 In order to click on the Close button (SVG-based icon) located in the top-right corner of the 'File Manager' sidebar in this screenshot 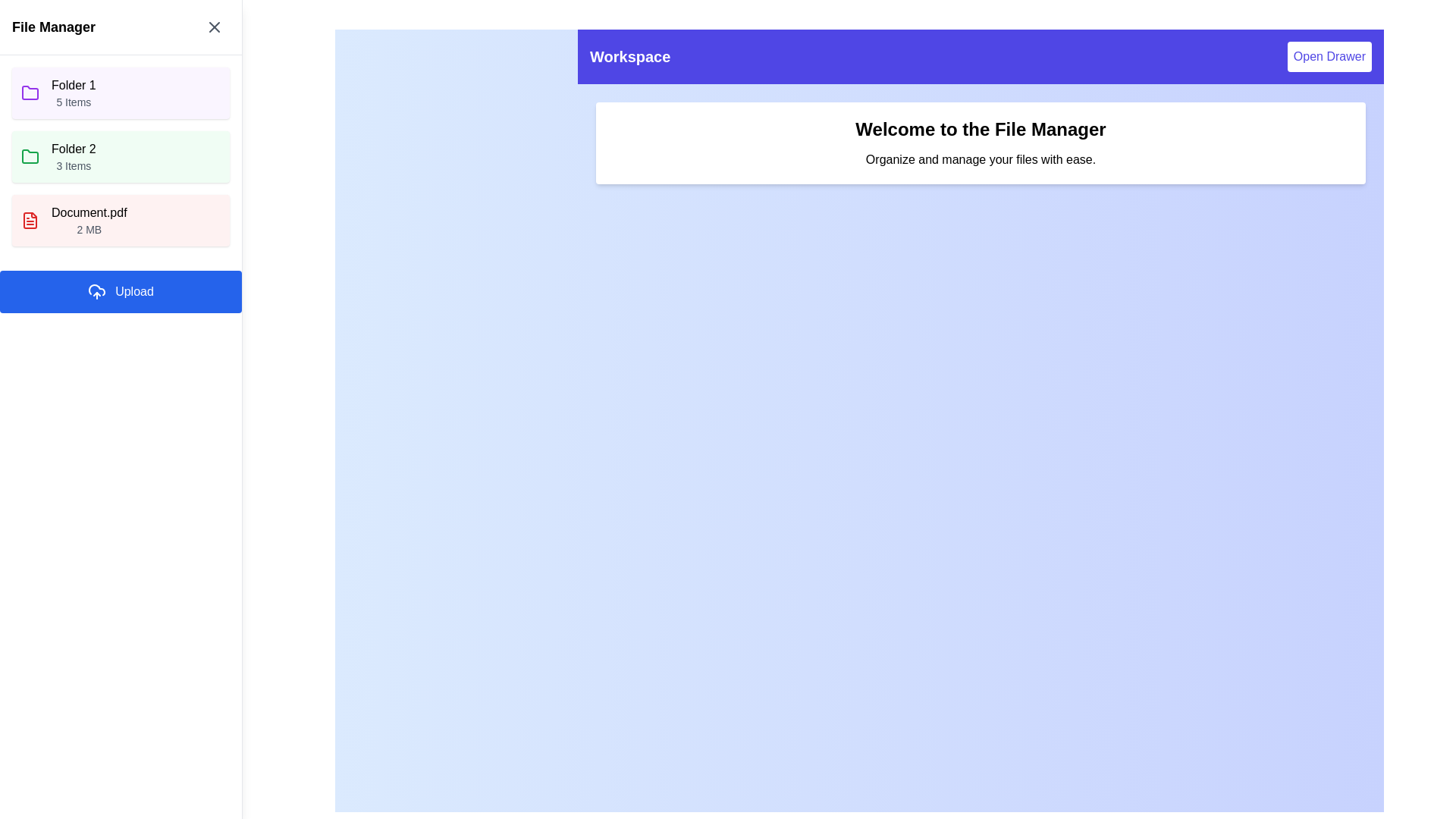, I will do `click(214, 27)`.